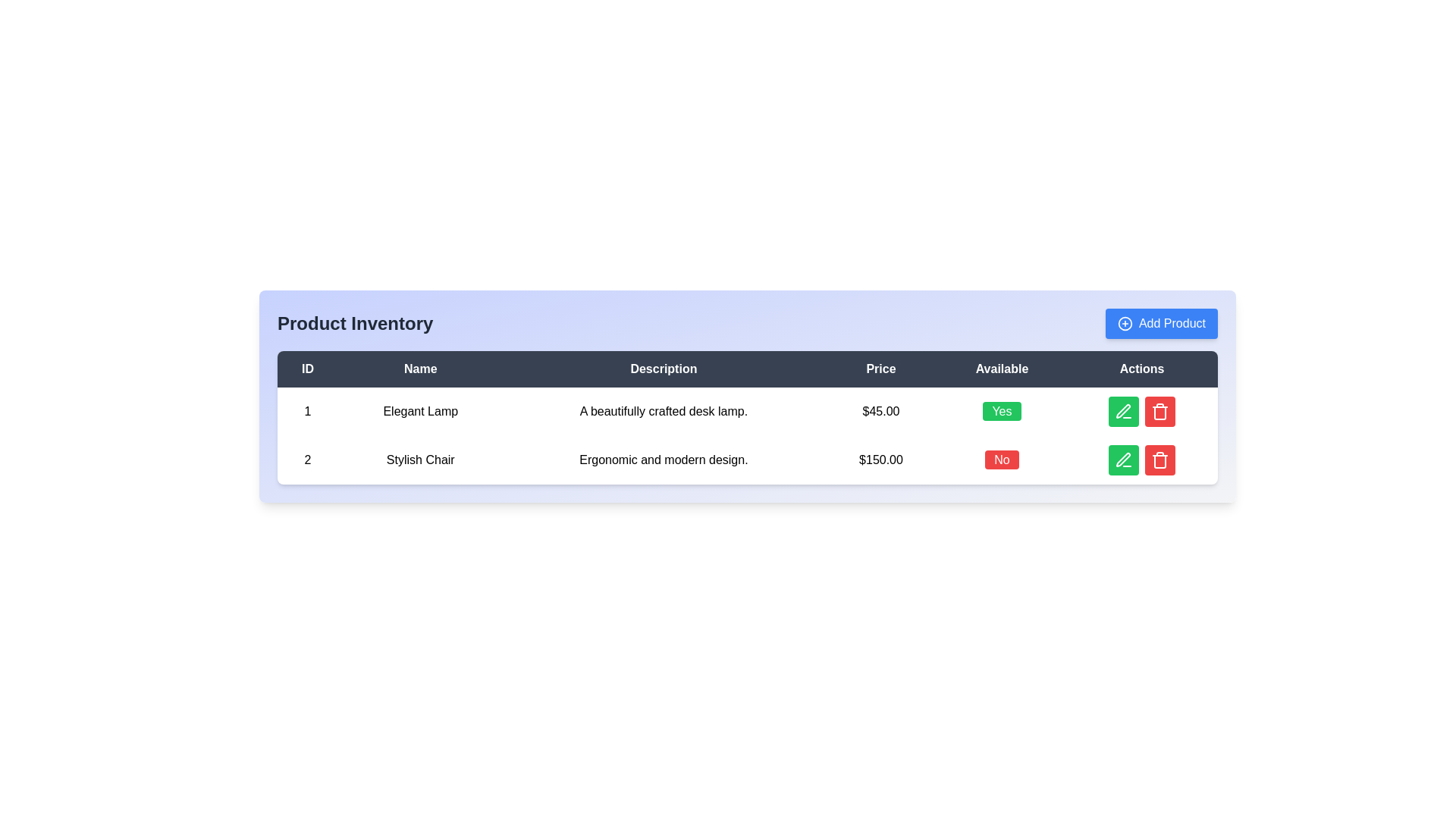 This screenshot has width=1456, height=819. What do you see at coordinates (1159, 459) in the screenshot?
I see `the delete button in the 'Actions' column for the 'Stylish Chair' entry` at bounding box center [1159, 459].